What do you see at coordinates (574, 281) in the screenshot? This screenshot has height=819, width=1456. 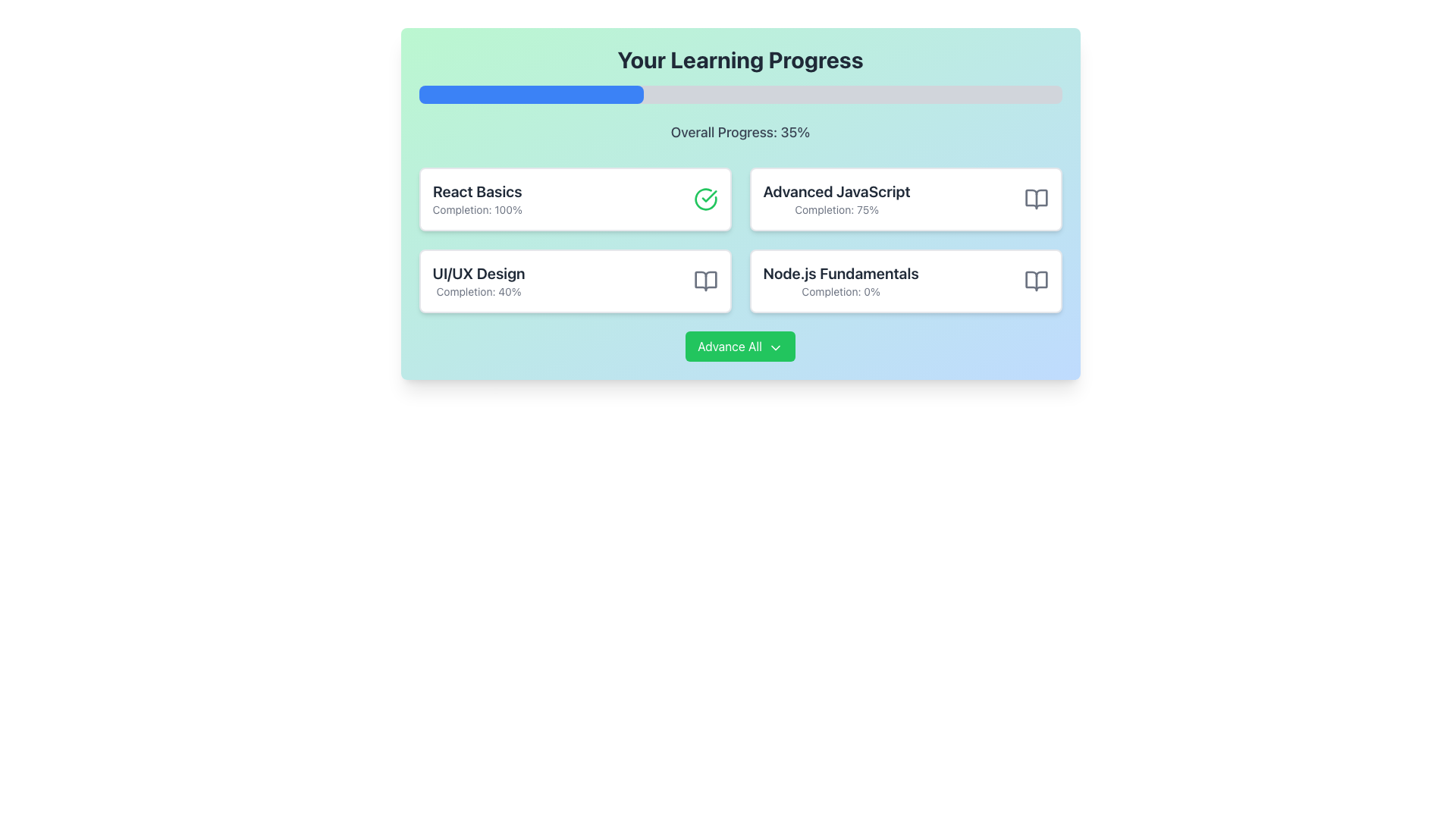 I see `the informational card displaying 'UI/UX Design' with a subtitle 'Completion: 40%' located in the bottom-left corner of the grid under 'Your Learning Progress'` at bounding box center [574, 281].